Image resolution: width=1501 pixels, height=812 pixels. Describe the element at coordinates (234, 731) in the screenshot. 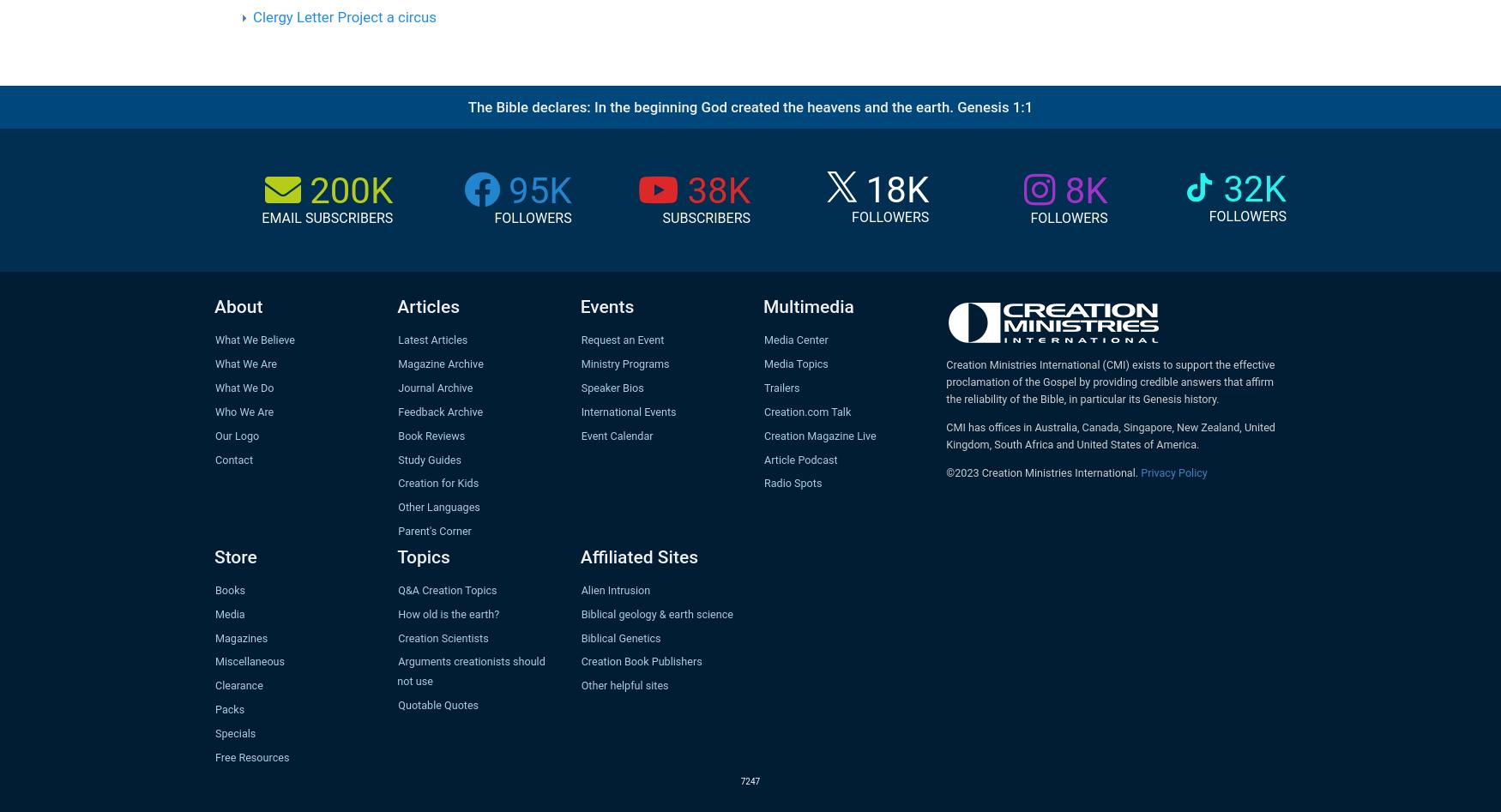

I see `'Specials'` at that location.